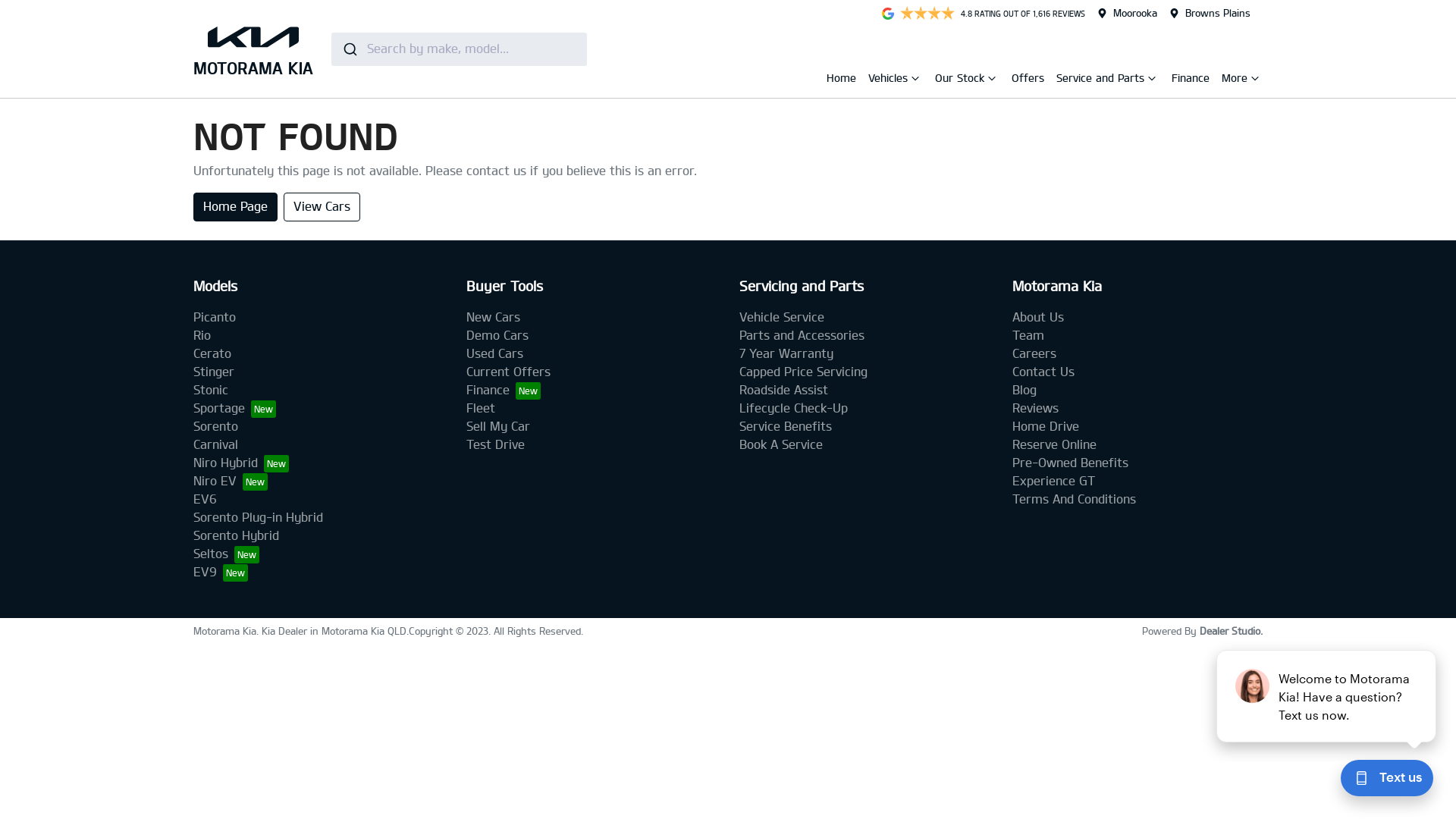 This screenshot has width=1456, height=819. I want to click on 'Picanto', so click(214, 316).